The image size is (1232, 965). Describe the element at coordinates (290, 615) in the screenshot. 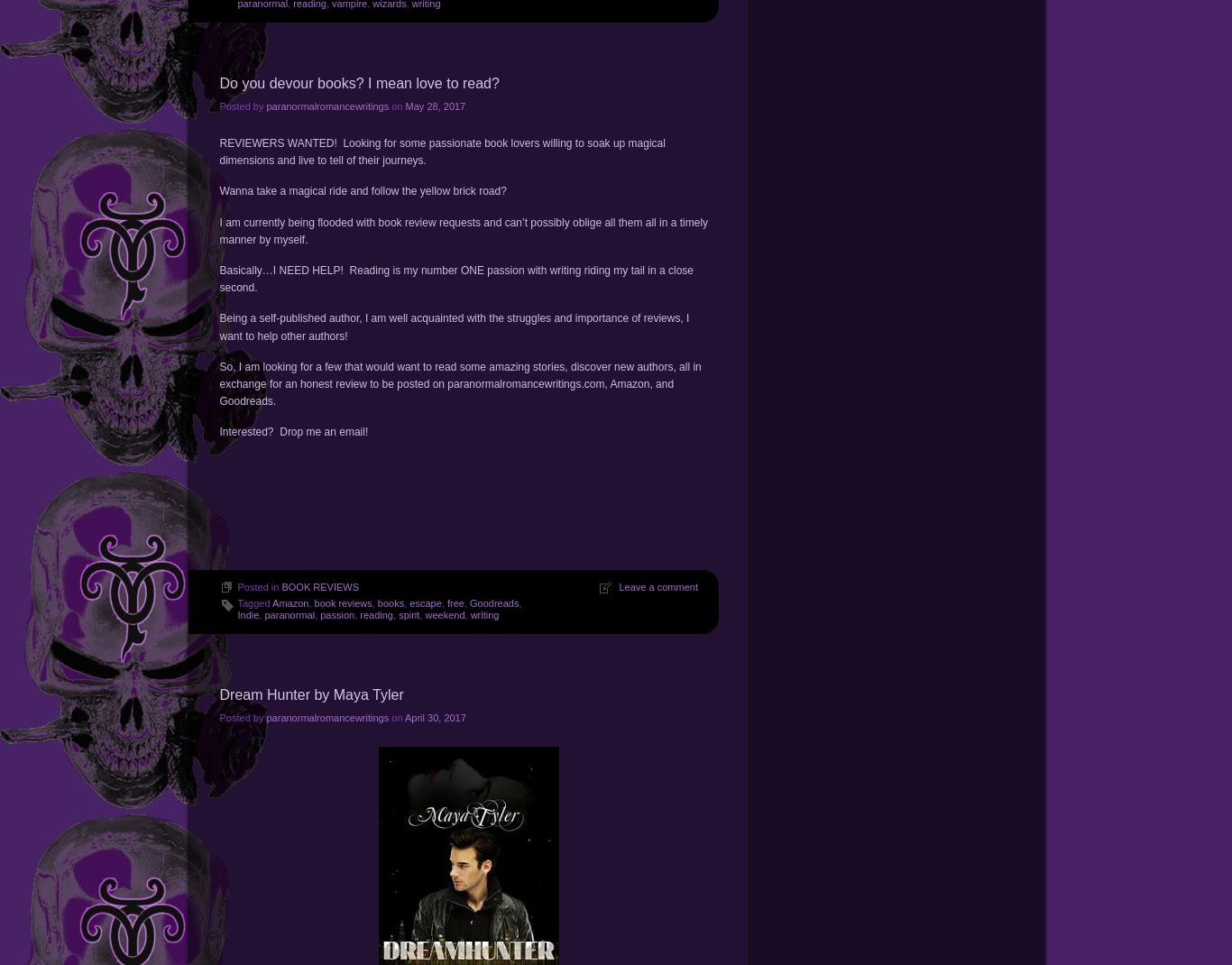

I see `'paranormal'` at that location.